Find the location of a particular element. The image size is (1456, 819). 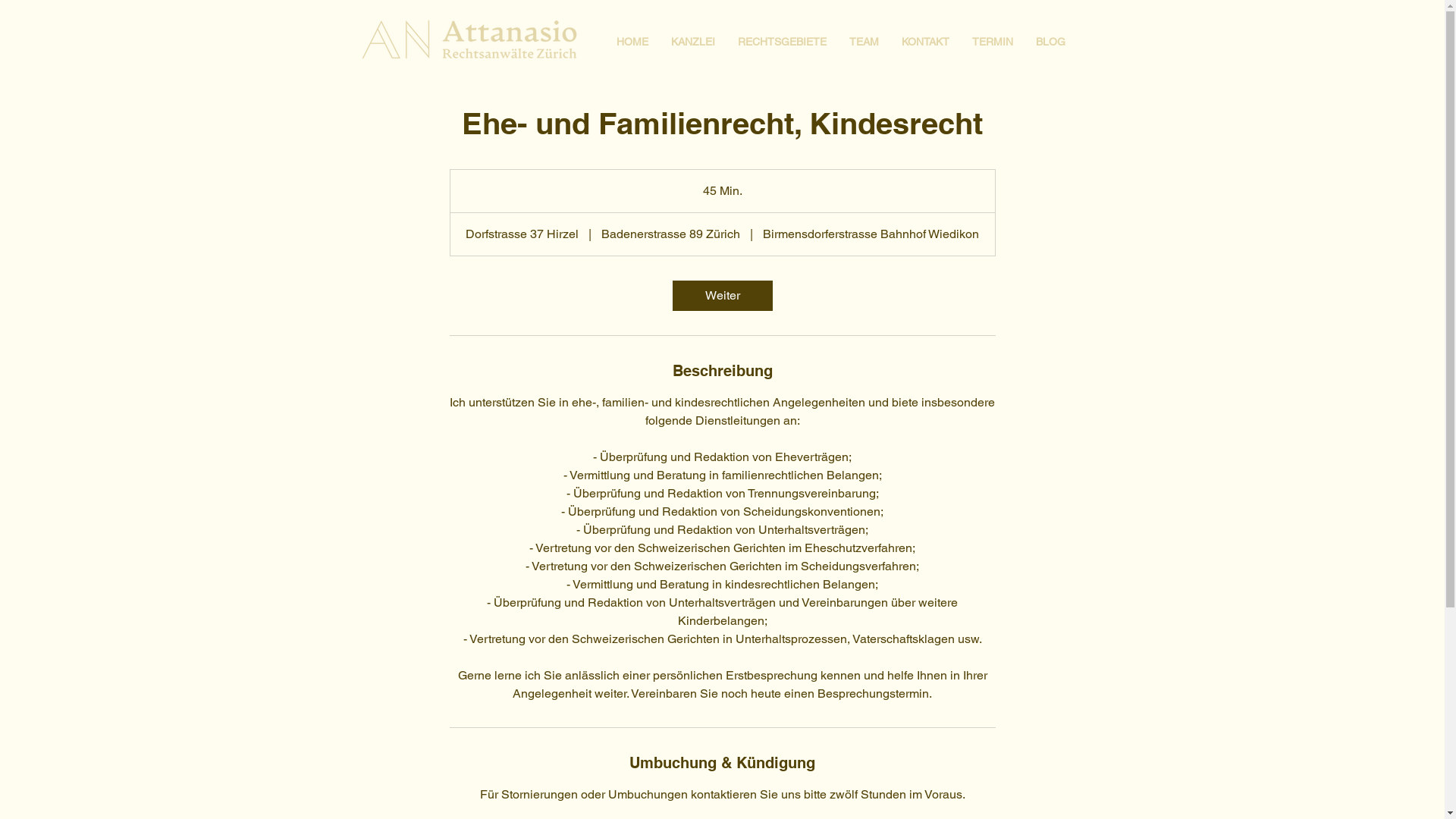

'HOME' is located at coordinates (632, 39).